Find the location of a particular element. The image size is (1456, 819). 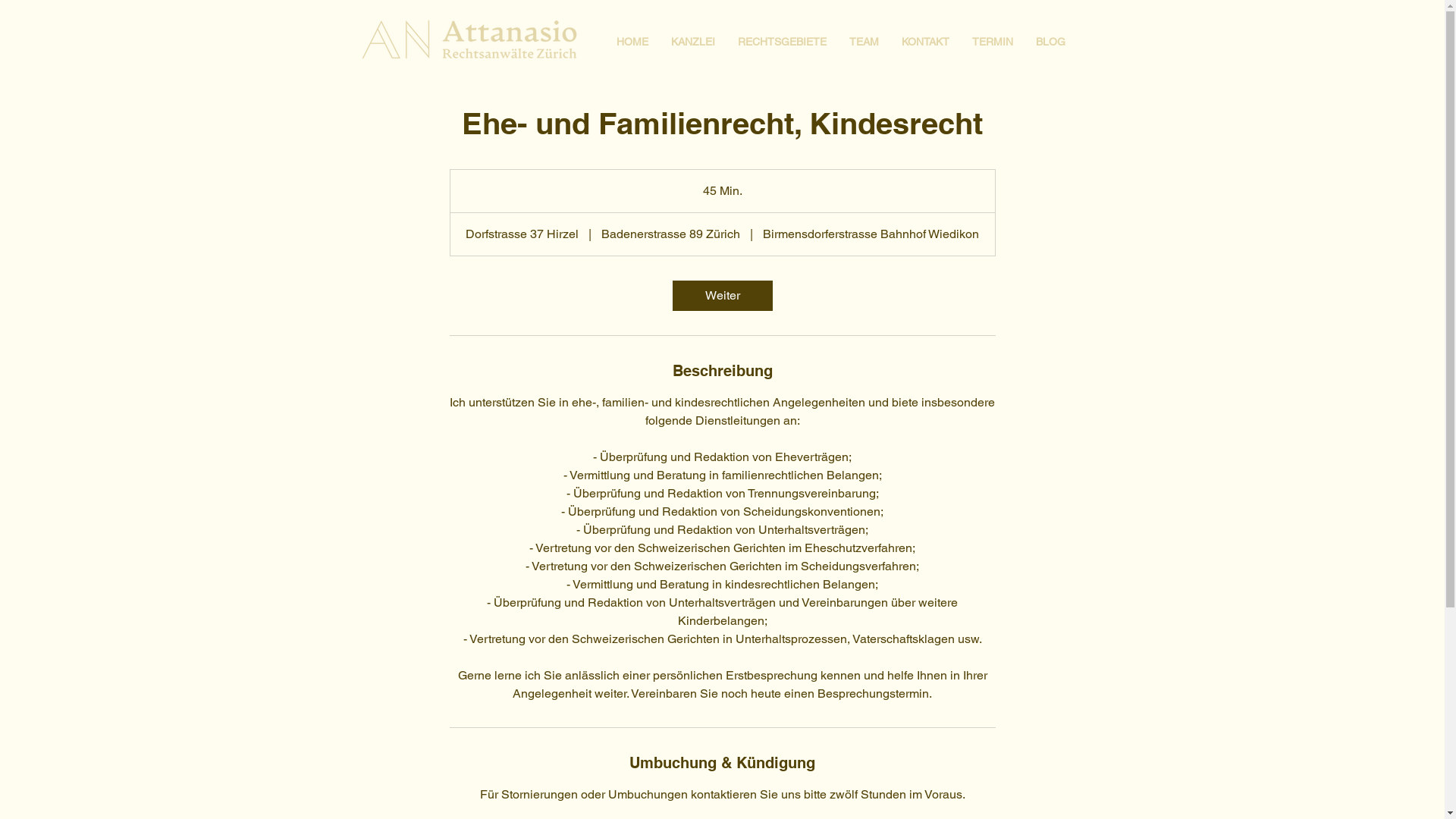

'HOME' is located at coordinates (632, 39).